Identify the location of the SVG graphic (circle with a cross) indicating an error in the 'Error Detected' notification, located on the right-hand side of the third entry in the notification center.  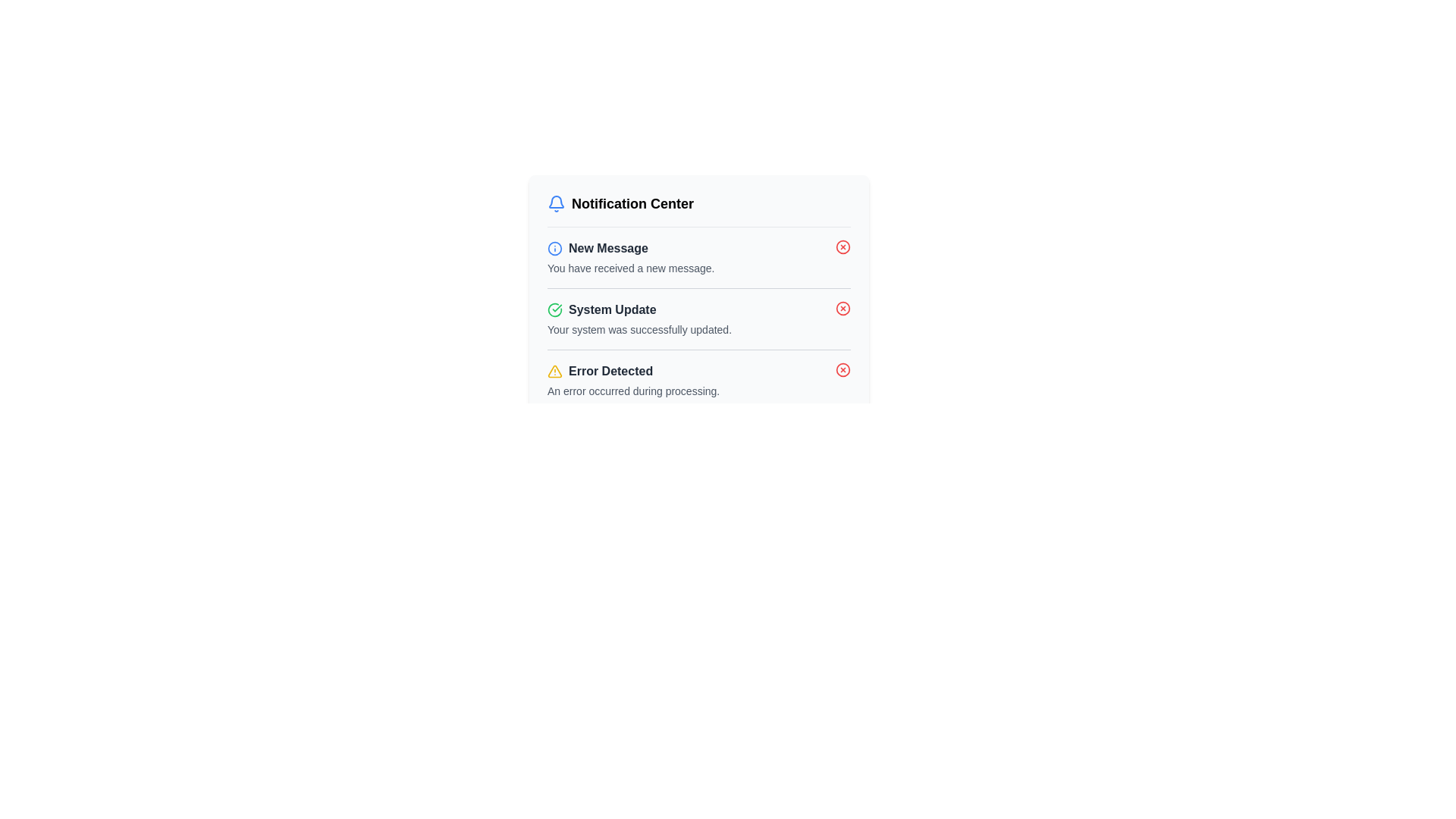
(843, 370).